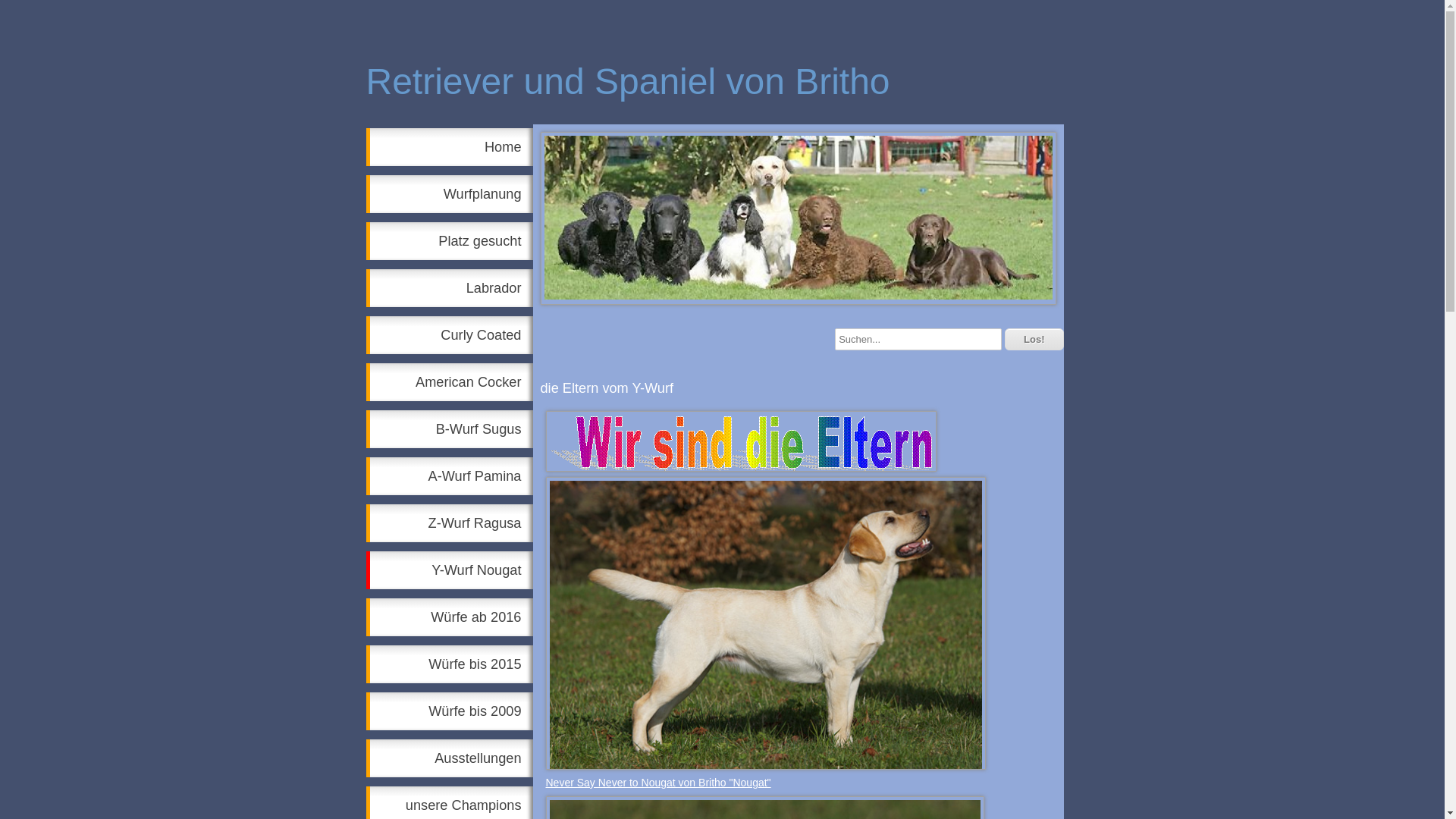 The height and width of the screenshot is (819, 1456). I want to click on 'Z-Wurf Ragusa', so click(447, 522).